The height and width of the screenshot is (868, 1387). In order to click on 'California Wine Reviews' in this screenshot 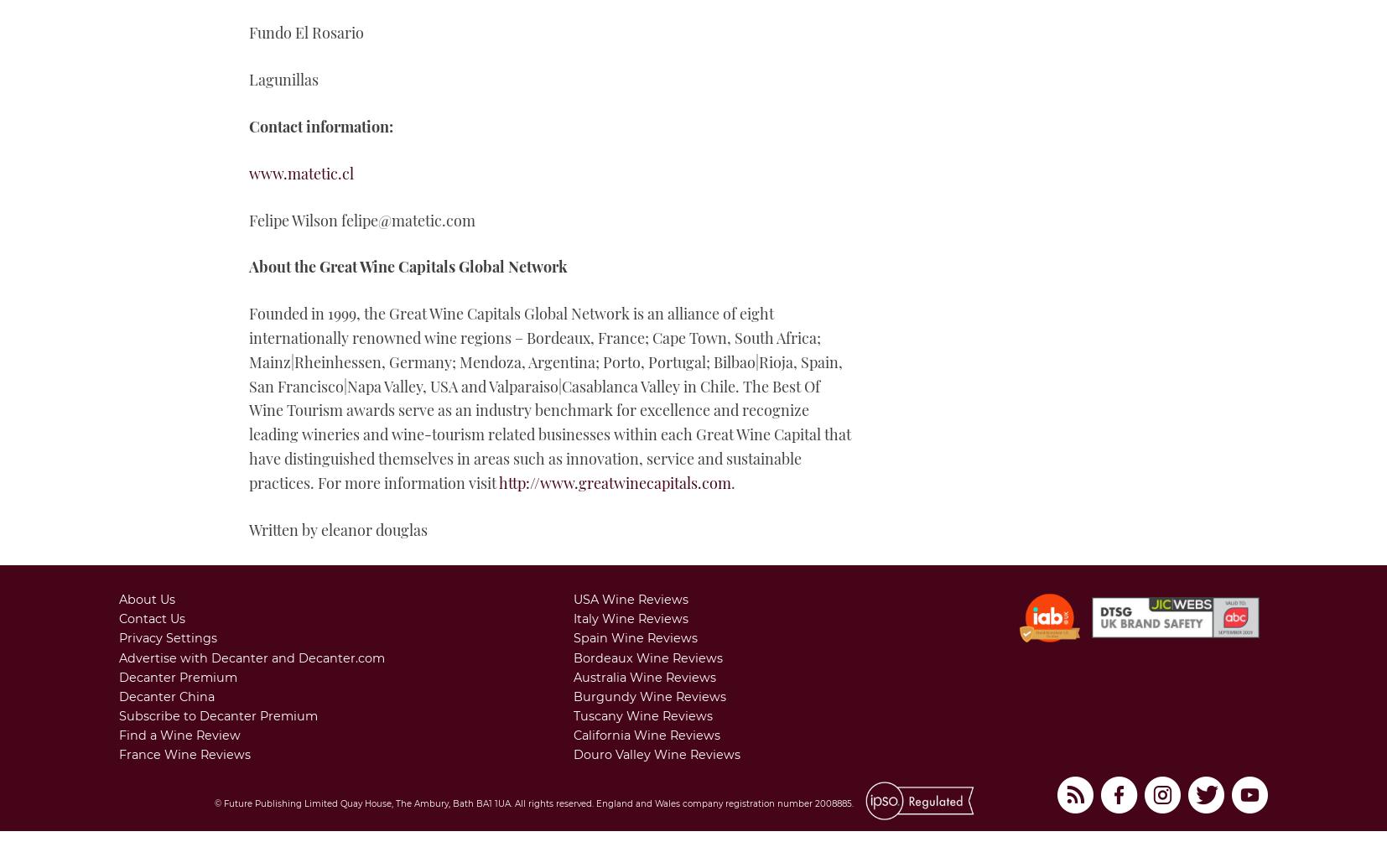, I will do `click(647, 734)`.